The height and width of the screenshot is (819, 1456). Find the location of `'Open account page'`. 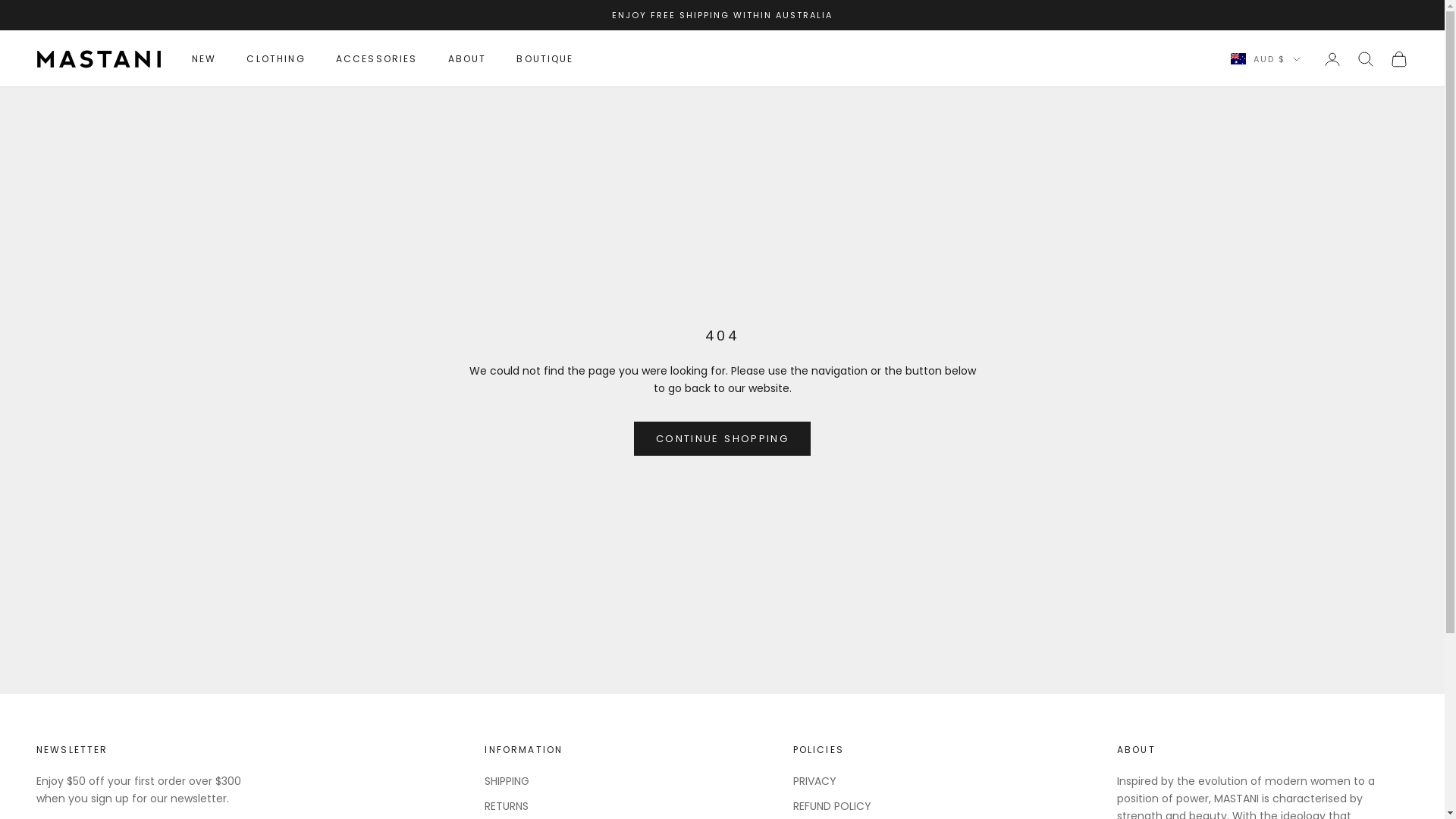

'Open account page' is located at coordinates (1331, 58).